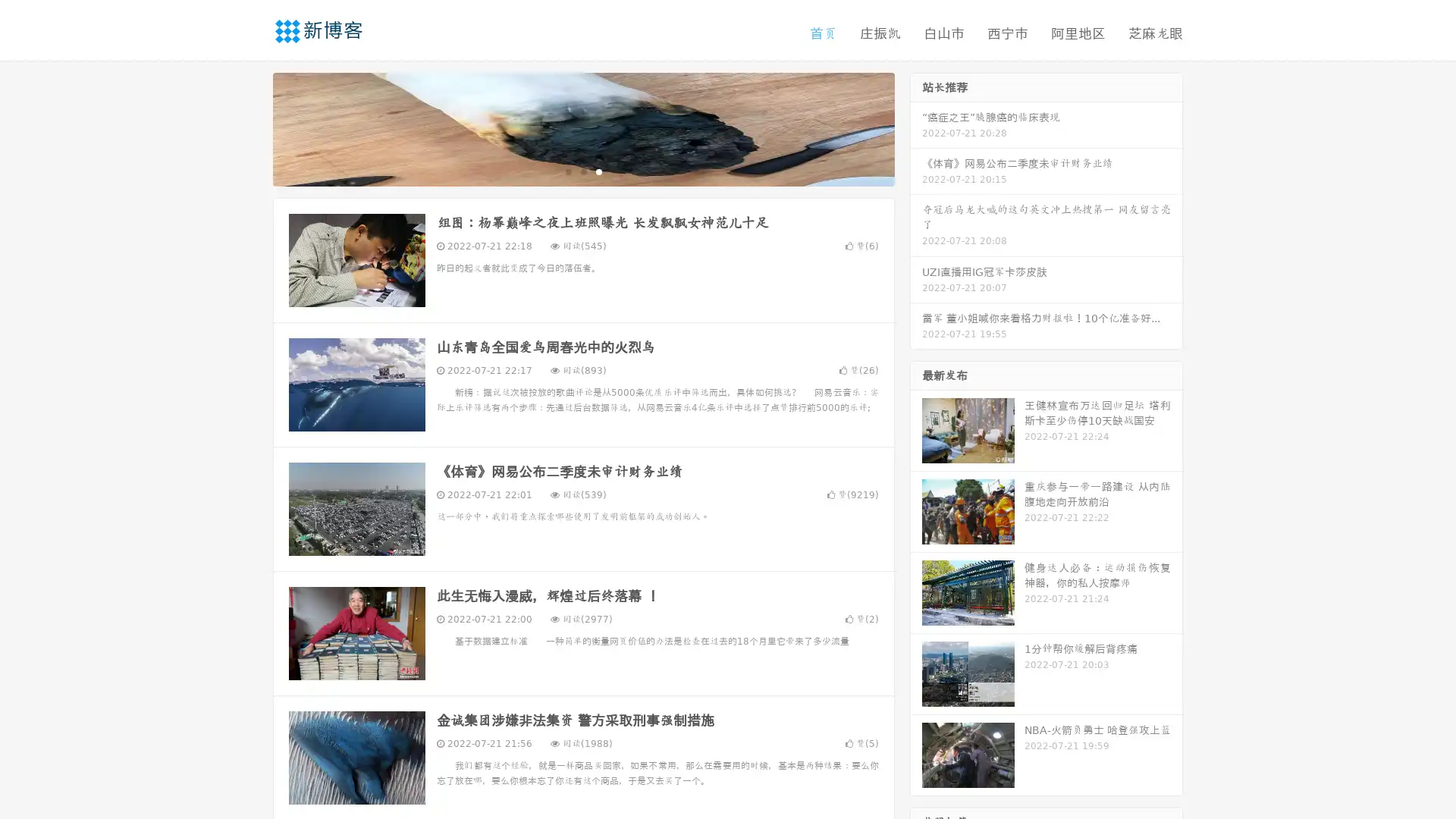  Describe the element at coordinates (567, 171) in the screenshot. I see `Go to slide 1` at that location.